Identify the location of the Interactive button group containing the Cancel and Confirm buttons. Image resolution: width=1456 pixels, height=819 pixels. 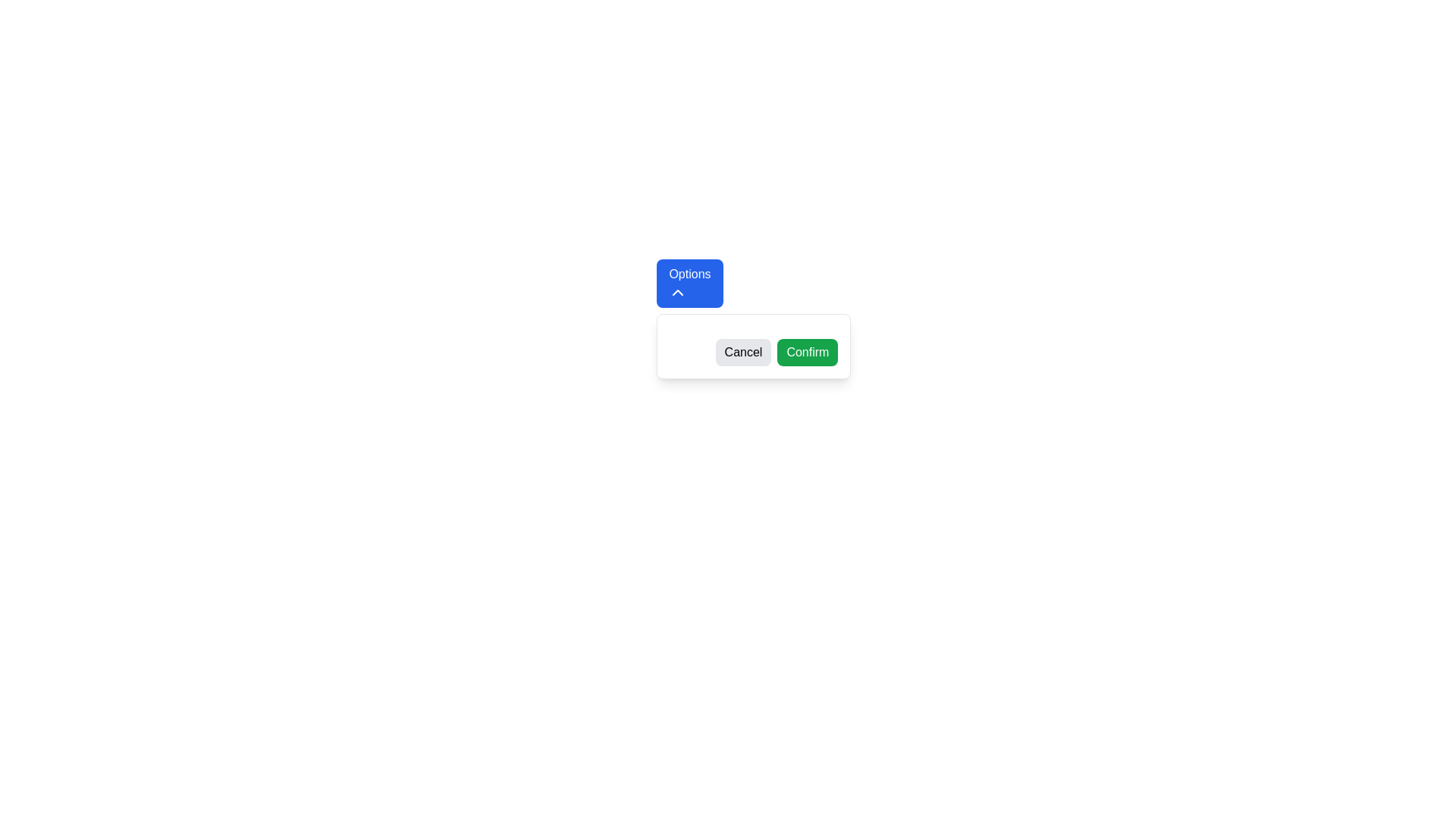
(754, 346).